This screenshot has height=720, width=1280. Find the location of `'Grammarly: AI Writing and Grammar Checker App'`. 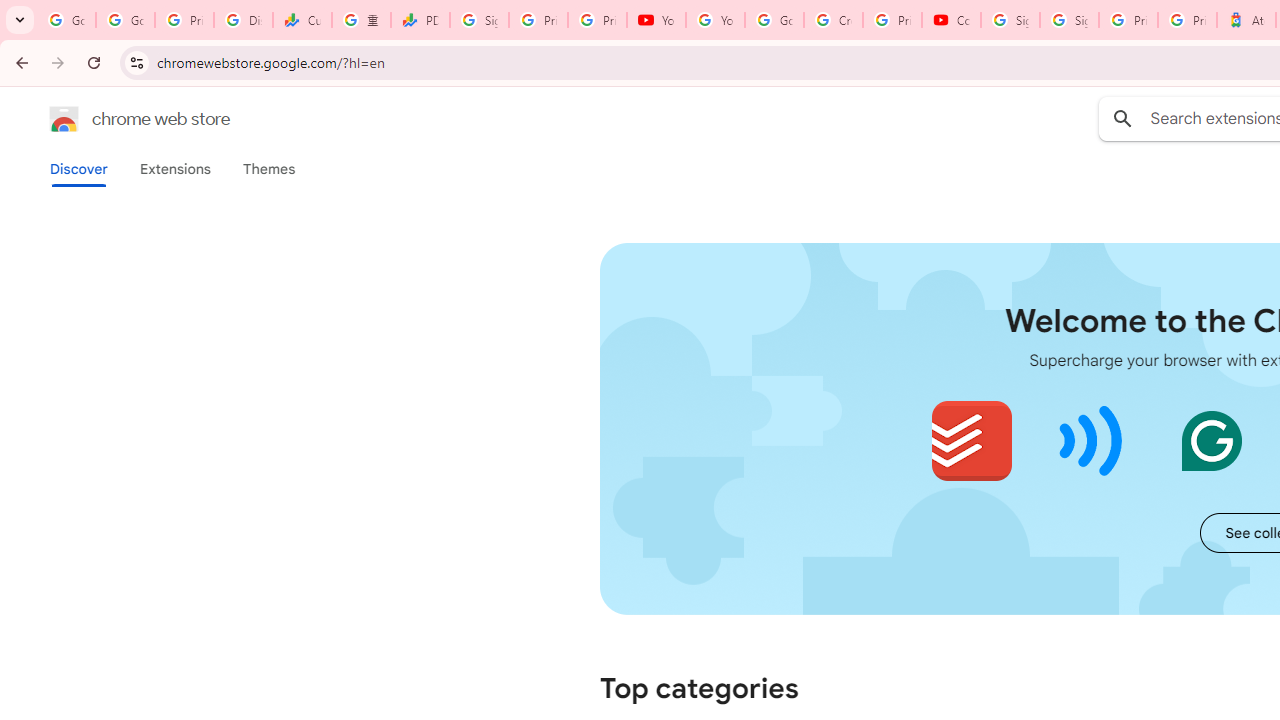

'Grammarly: AI Writing and Grammar Checker App' is located at coordinates (1210, 440).